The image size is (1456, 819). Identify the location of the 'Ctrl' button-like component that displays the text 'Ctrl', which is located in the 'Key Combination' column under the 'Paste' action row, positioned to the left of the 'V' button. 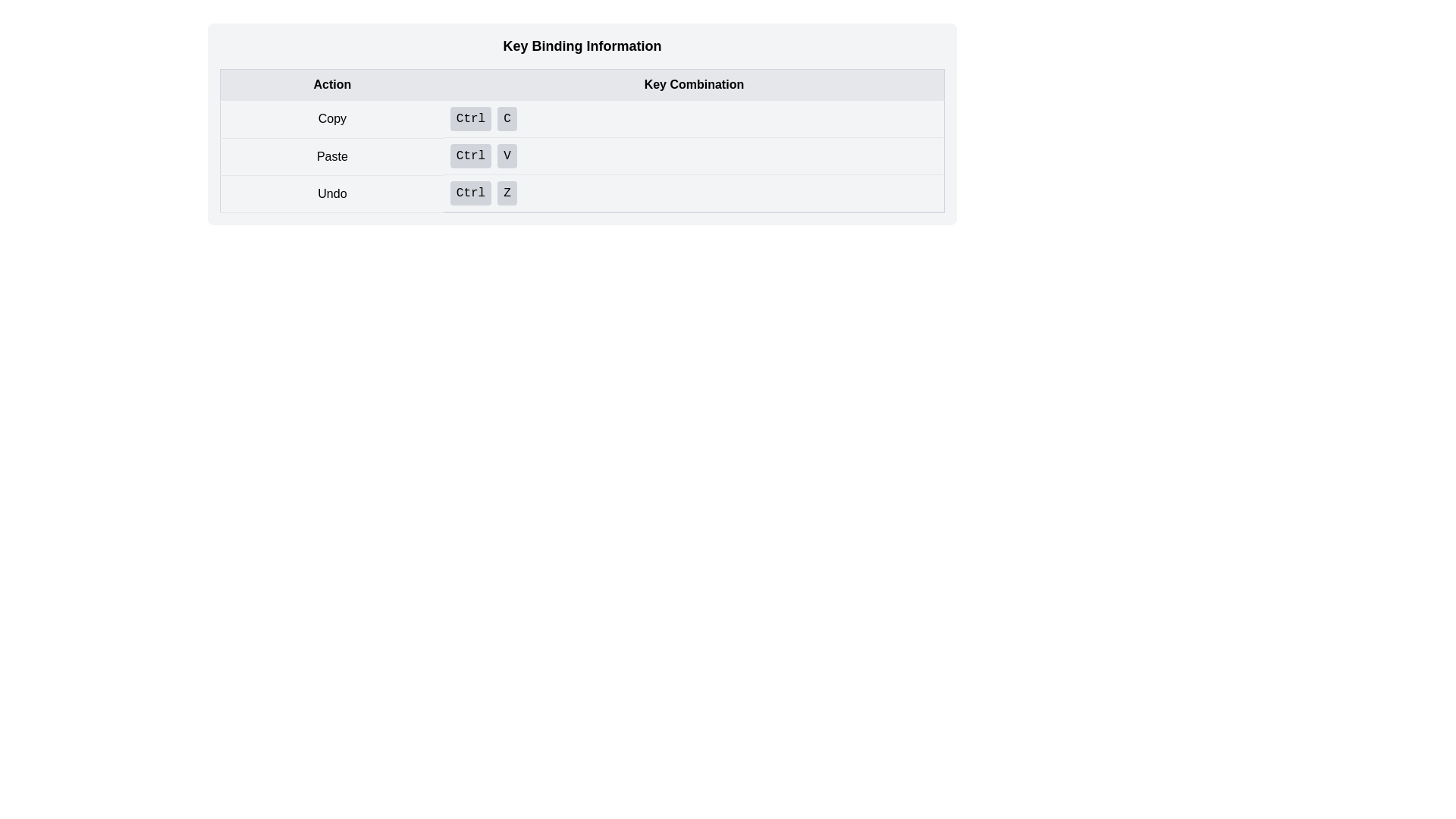
(469, 155).